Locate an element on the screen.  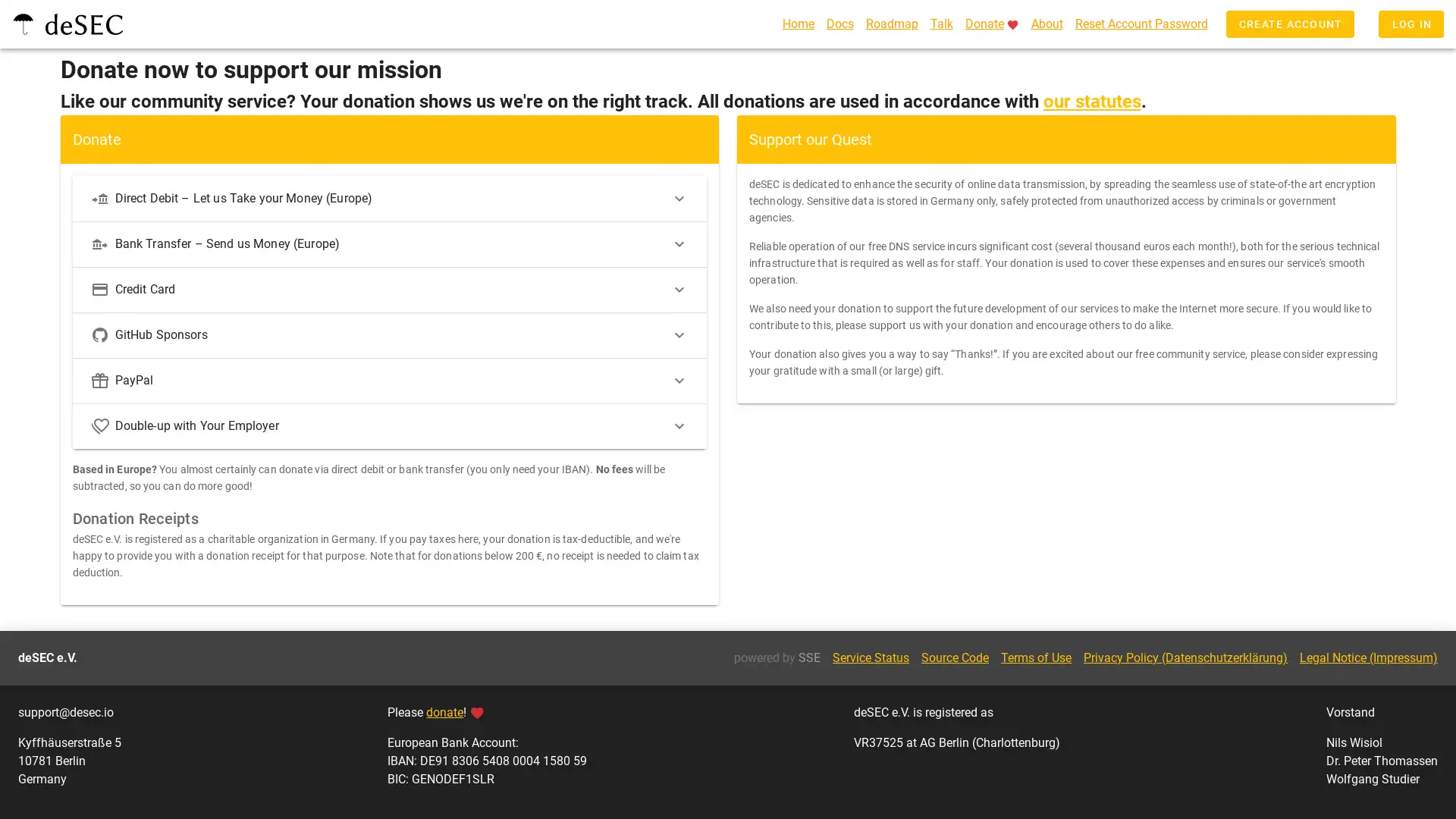
Direct Debit  Let us Take your Money (Europe) is located at coordinates (389, 205).